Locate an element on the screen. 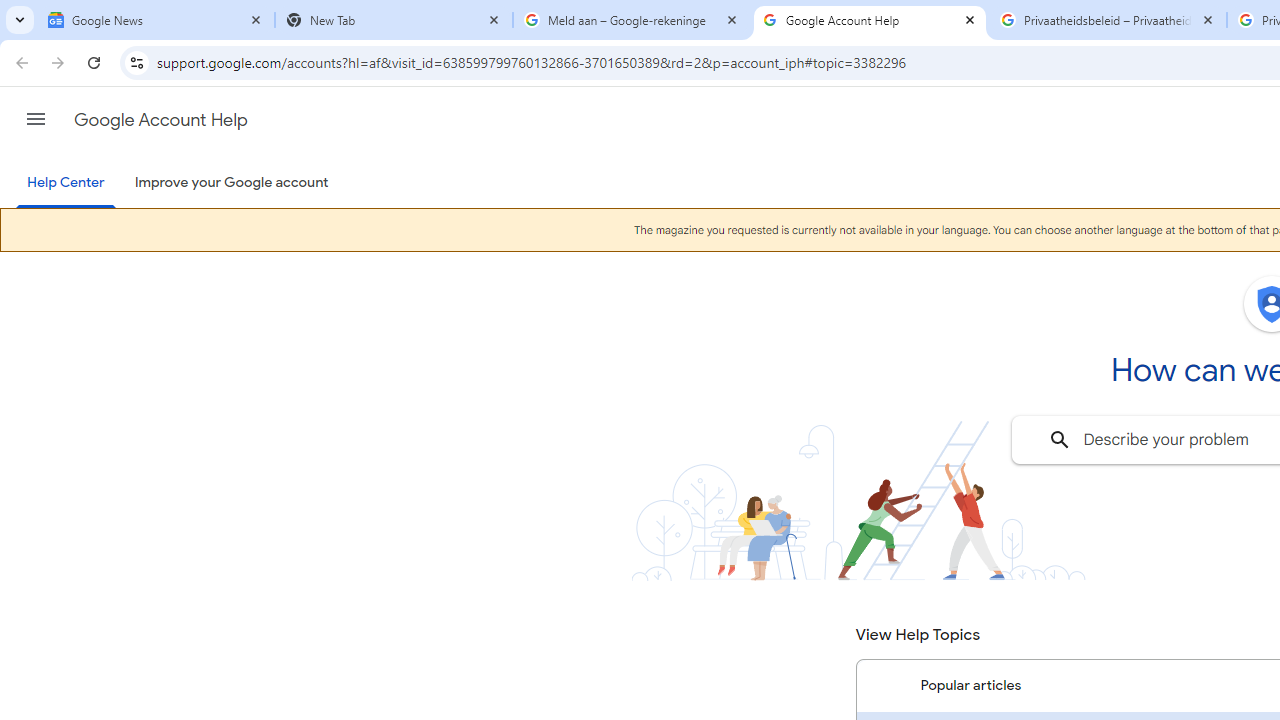 This screenshot has width=1280, height=720. 'Improve your Google account' is located at coordinates (231, 183).